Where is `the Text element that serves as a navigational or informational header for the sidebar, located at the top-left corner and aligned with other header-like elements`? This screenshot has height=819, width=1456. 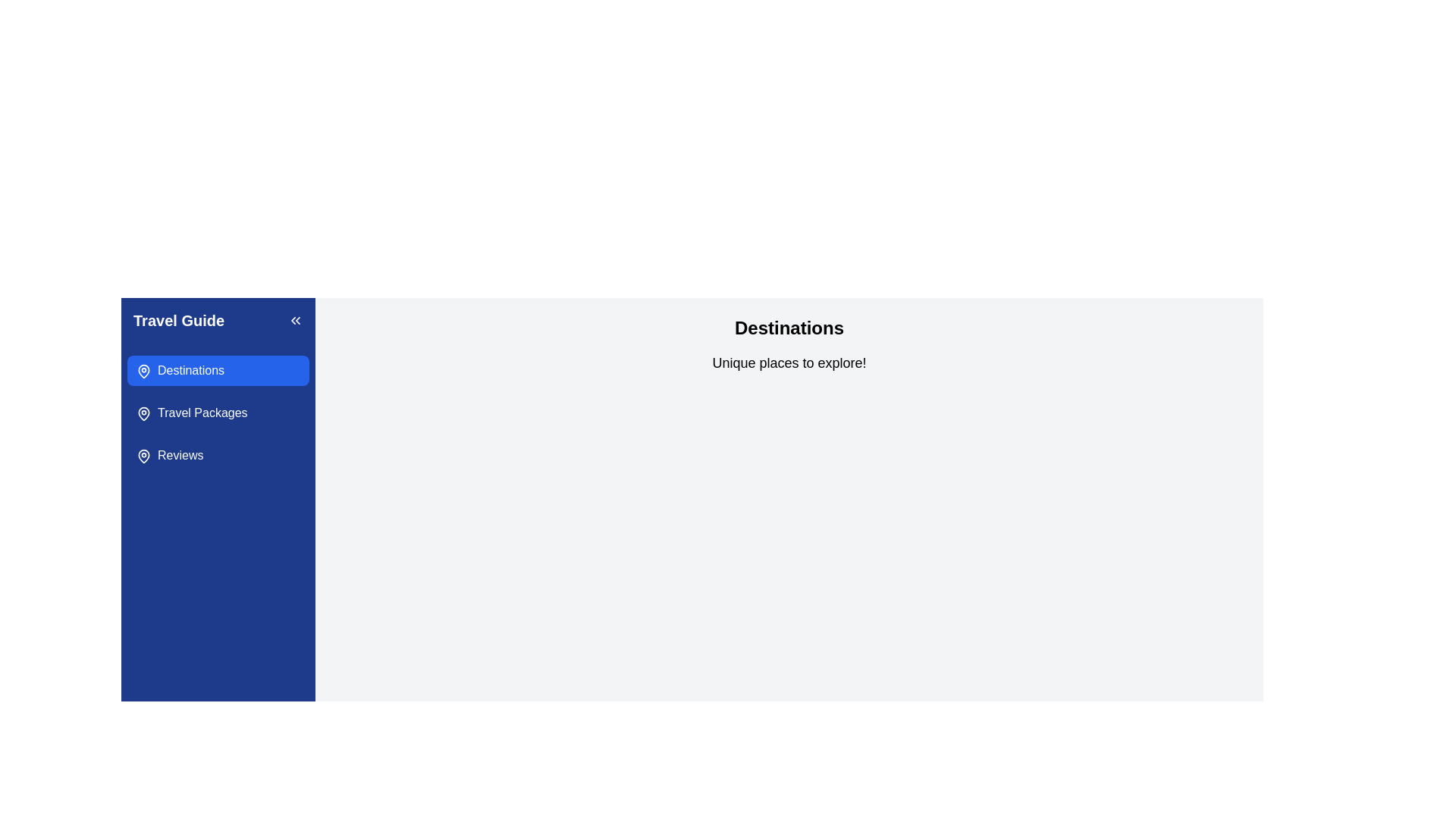
the Text element that serves as a navigational or informational header for the sidebar, located at the top-left corner and aligned with other header-like elements is located at coordinates (178, 320).